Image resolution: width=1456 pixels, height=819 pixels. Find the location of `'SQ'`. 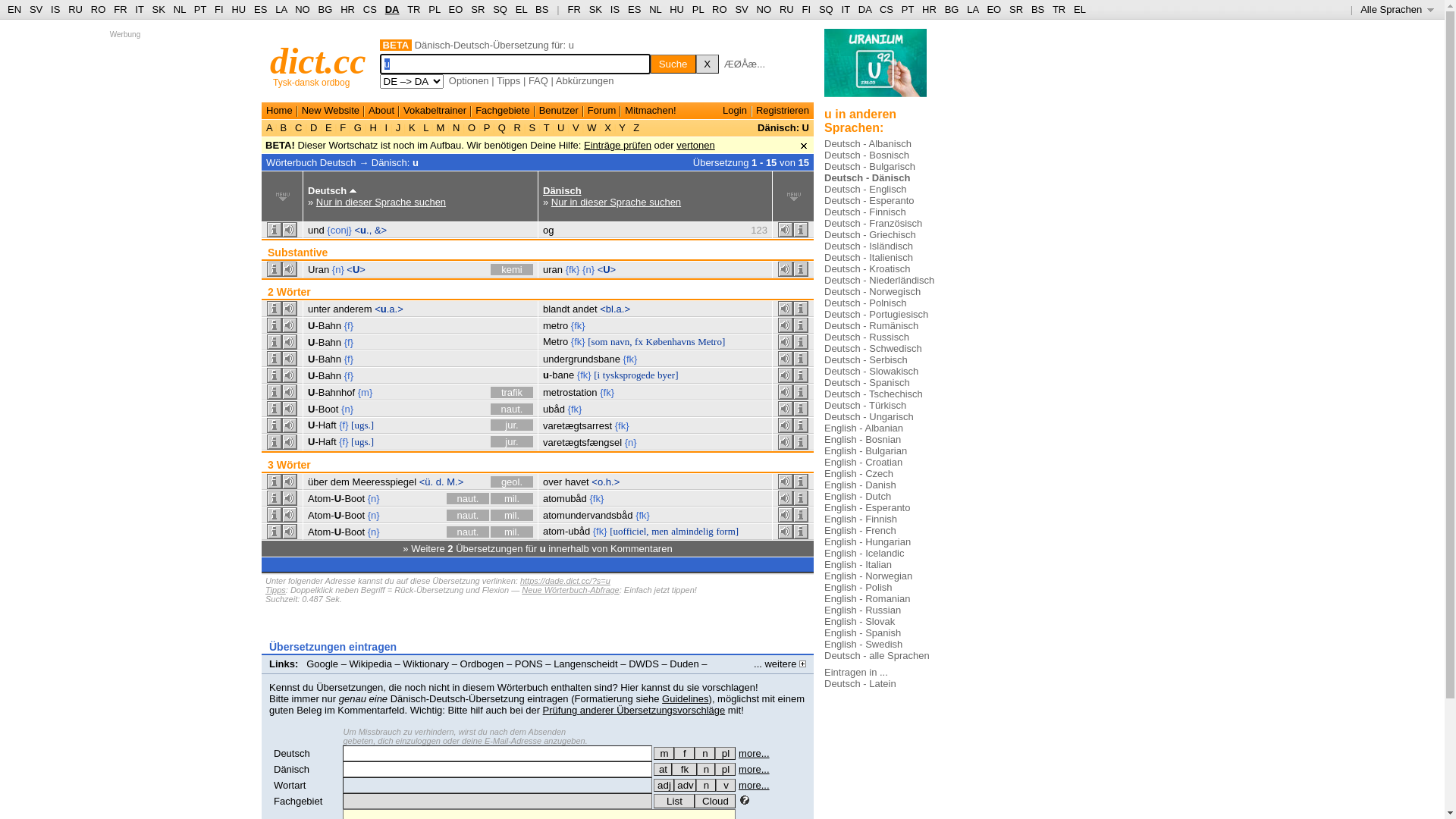

'SQ' is located at coordinates (492, 9).